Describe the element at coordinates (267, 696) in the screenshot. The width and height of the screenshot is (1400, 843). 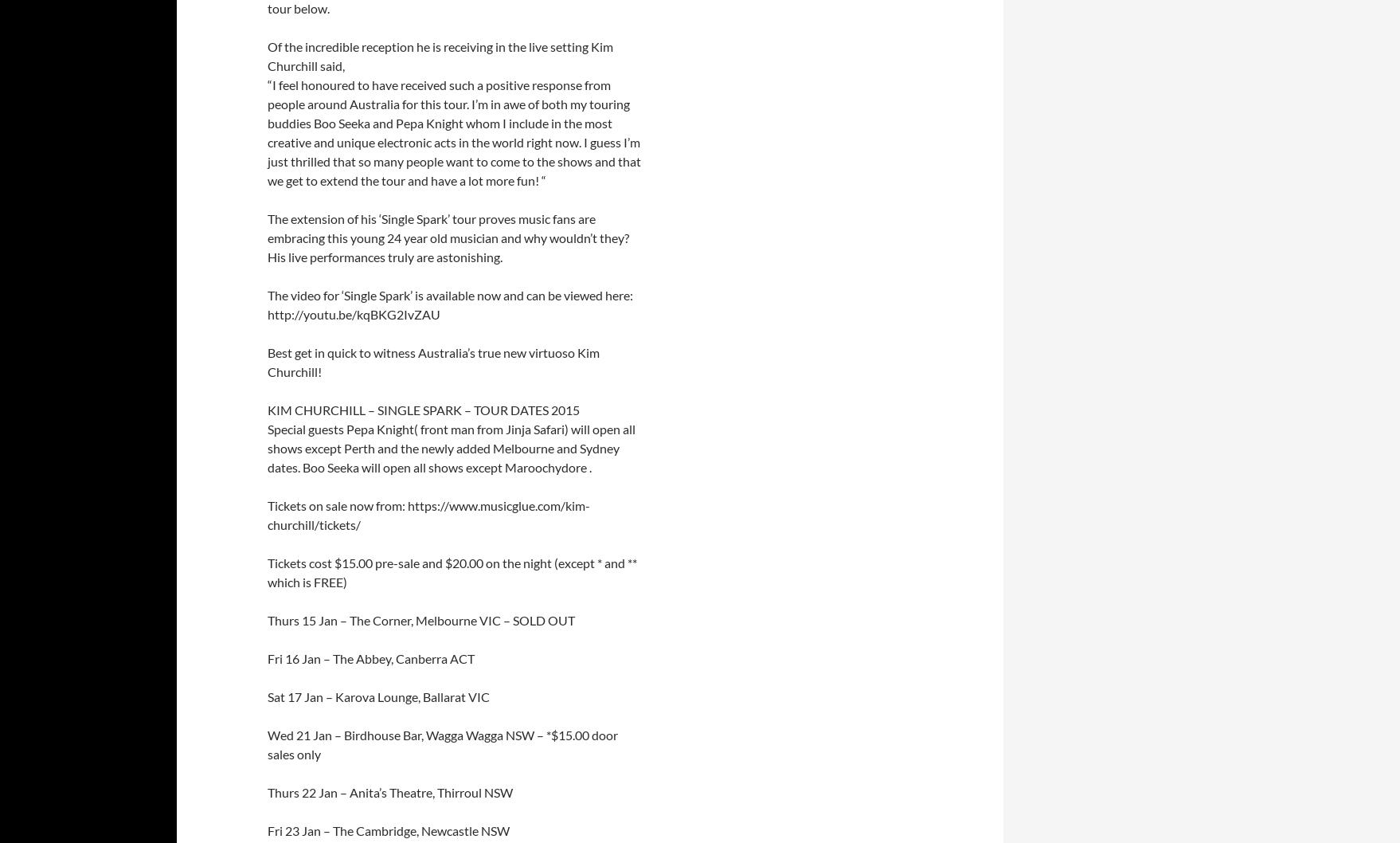
I see `'Sat 17 Jan – Karova Lounge, Ballarat VIC'` at that location.